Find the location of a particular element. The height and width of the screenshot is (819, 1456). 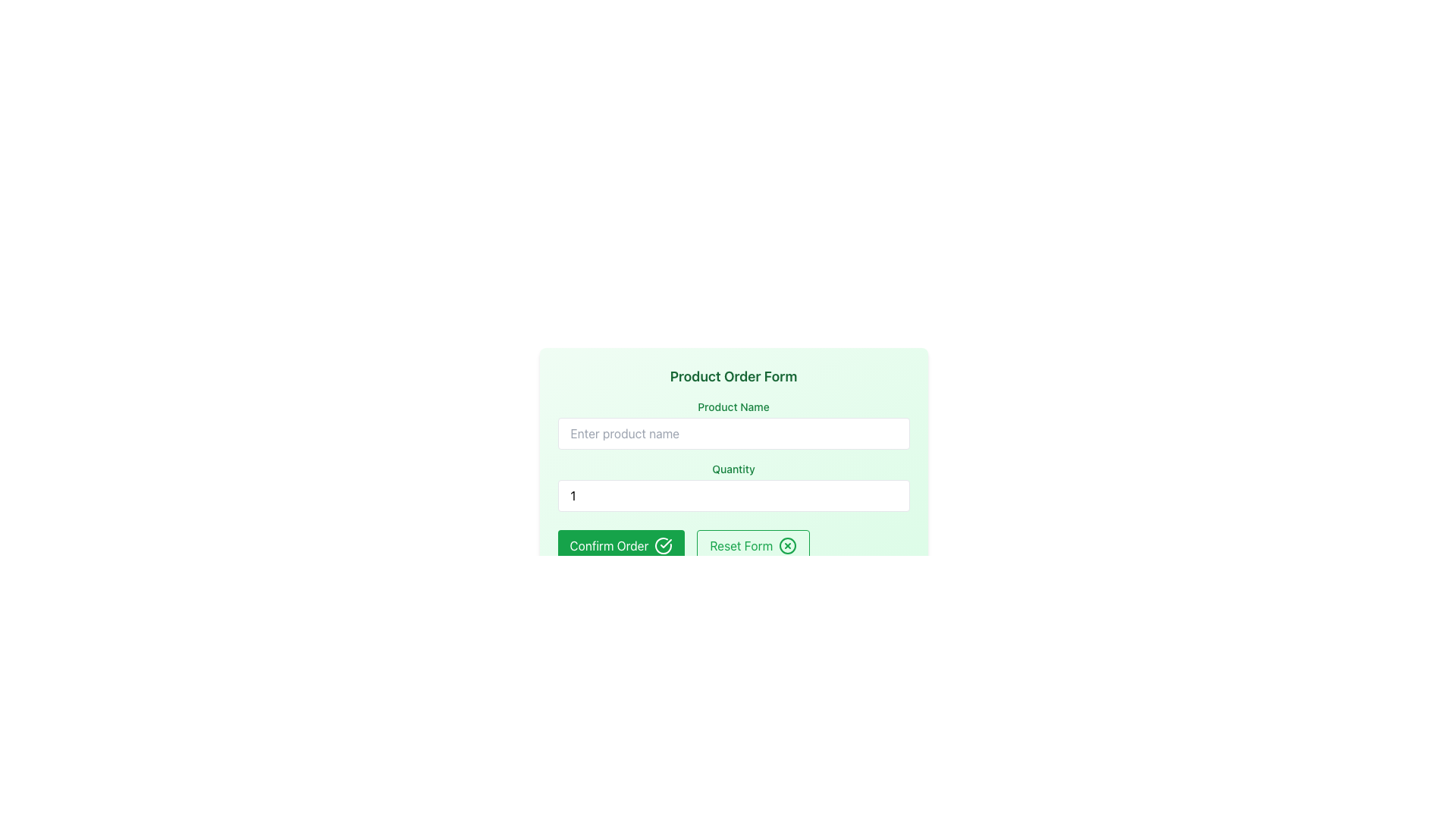

the 'Reset Form' button, which is a green button with an 'X' icon, positioned in the bottom center of the 'Product Order Form' layout is located at coordinates (753, 546).